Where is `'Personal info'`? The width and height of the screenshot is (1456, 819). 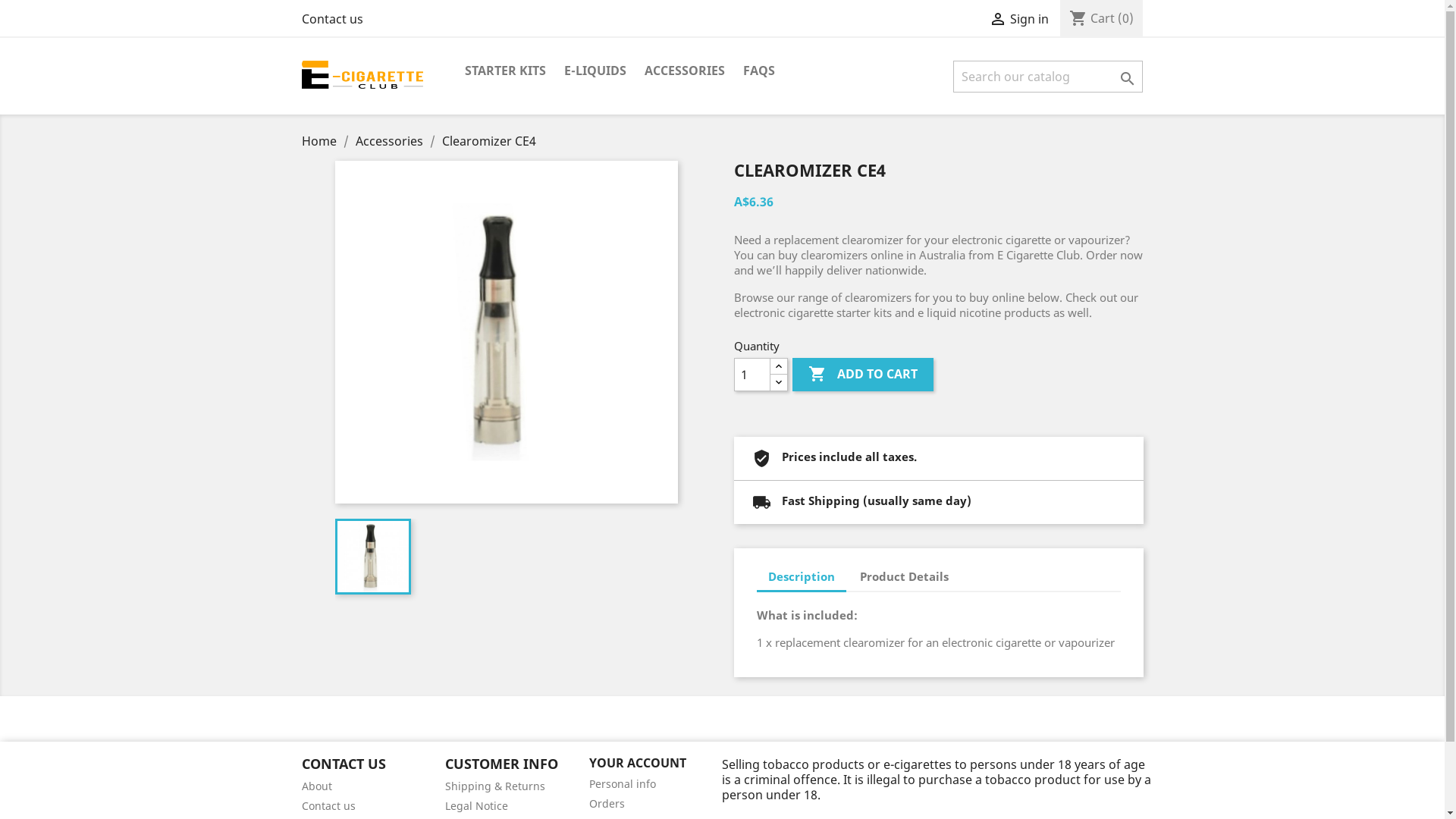 'Personal info' is located at coordinates (622, 783).